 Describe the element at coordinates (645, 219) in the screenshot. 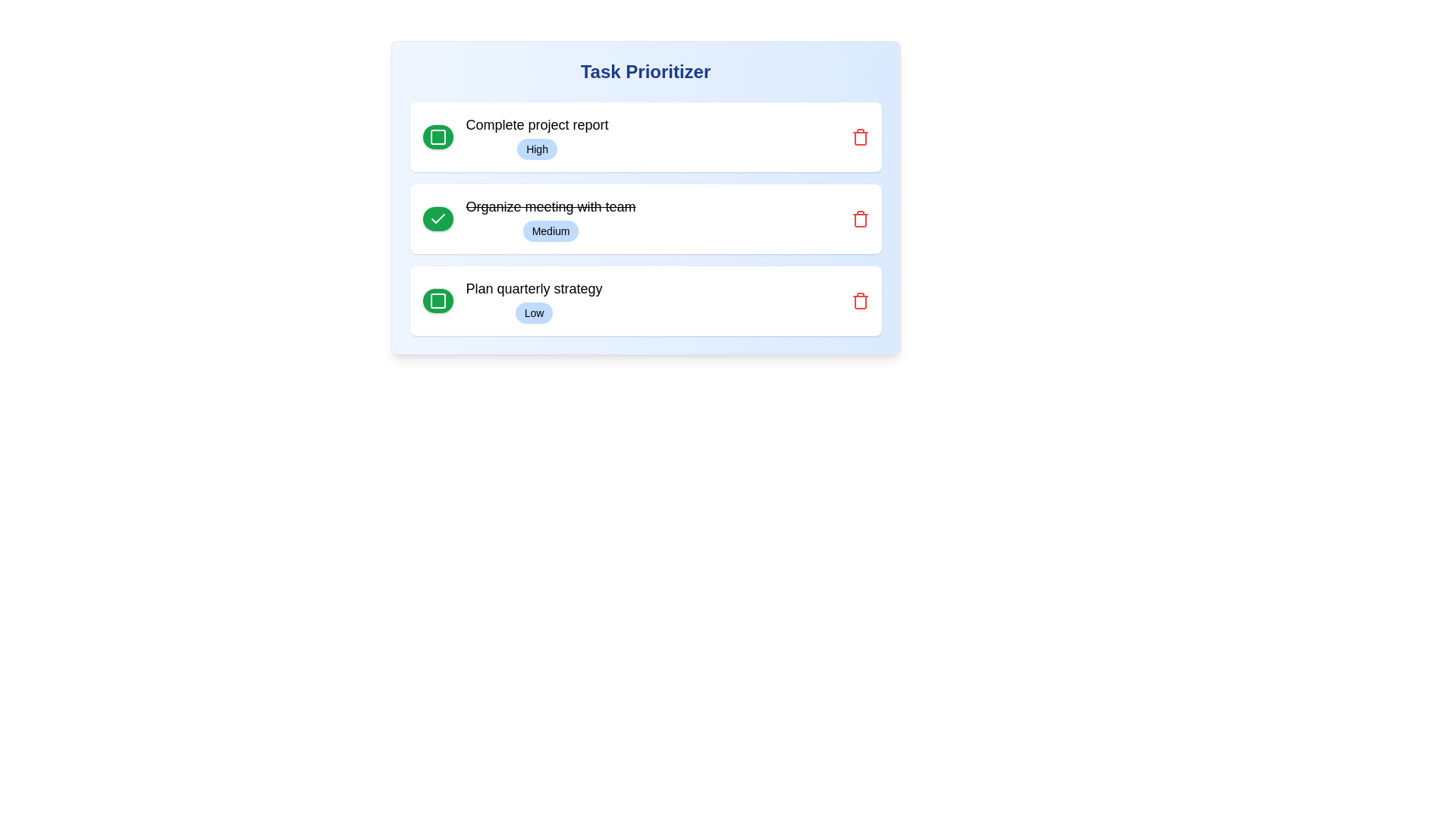

I see `the priority badge labeled 'Medium' on the completed task 'Organize meeting with team' to sort or filter tasks` at that location.